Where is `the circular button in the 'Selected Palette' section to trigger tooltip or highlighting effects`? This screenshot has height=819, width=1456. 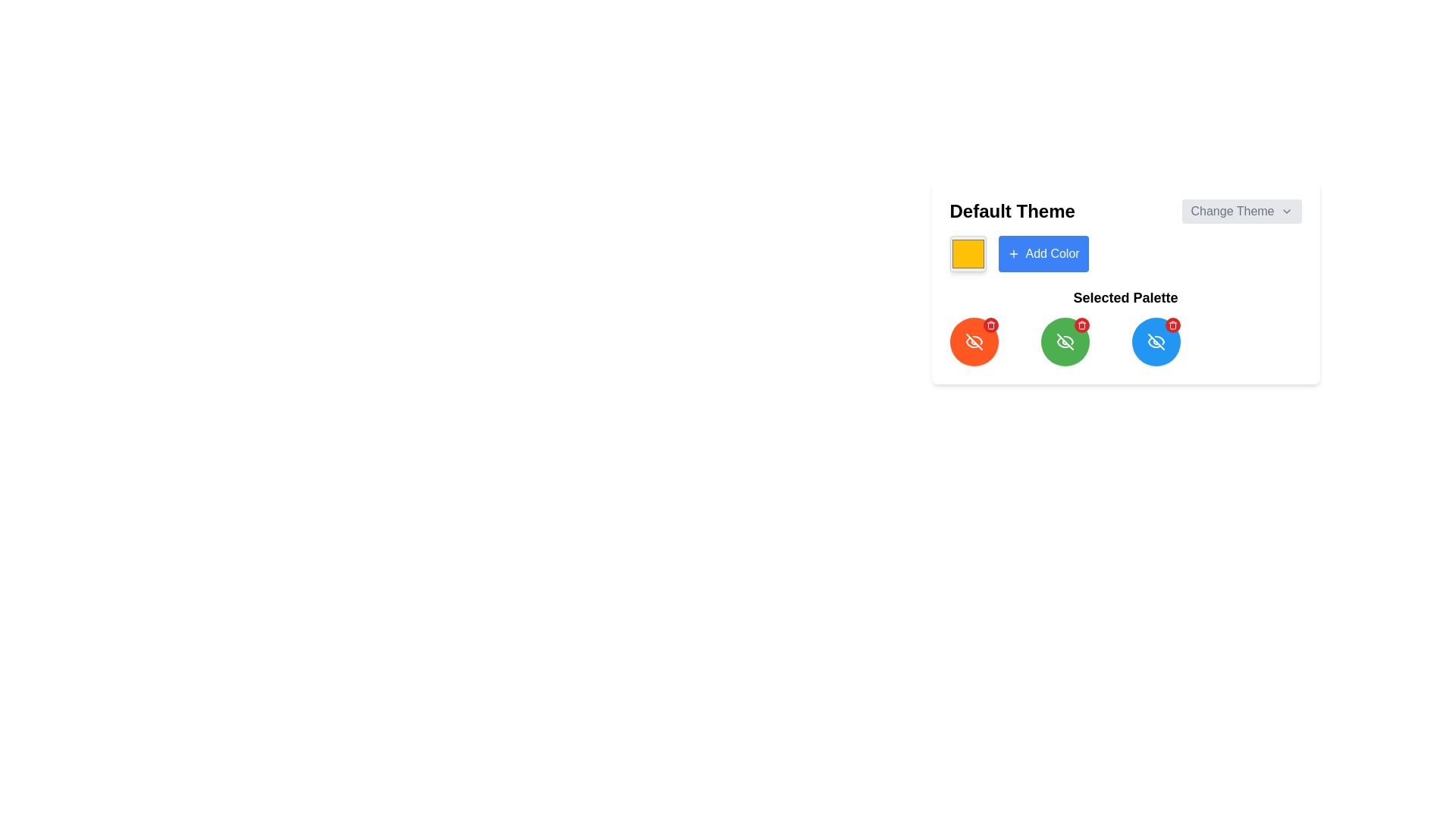
the circular button in the 'Selected Palette' section to trigger tooltip or highlighting effects is located at coordinates (974, 342).